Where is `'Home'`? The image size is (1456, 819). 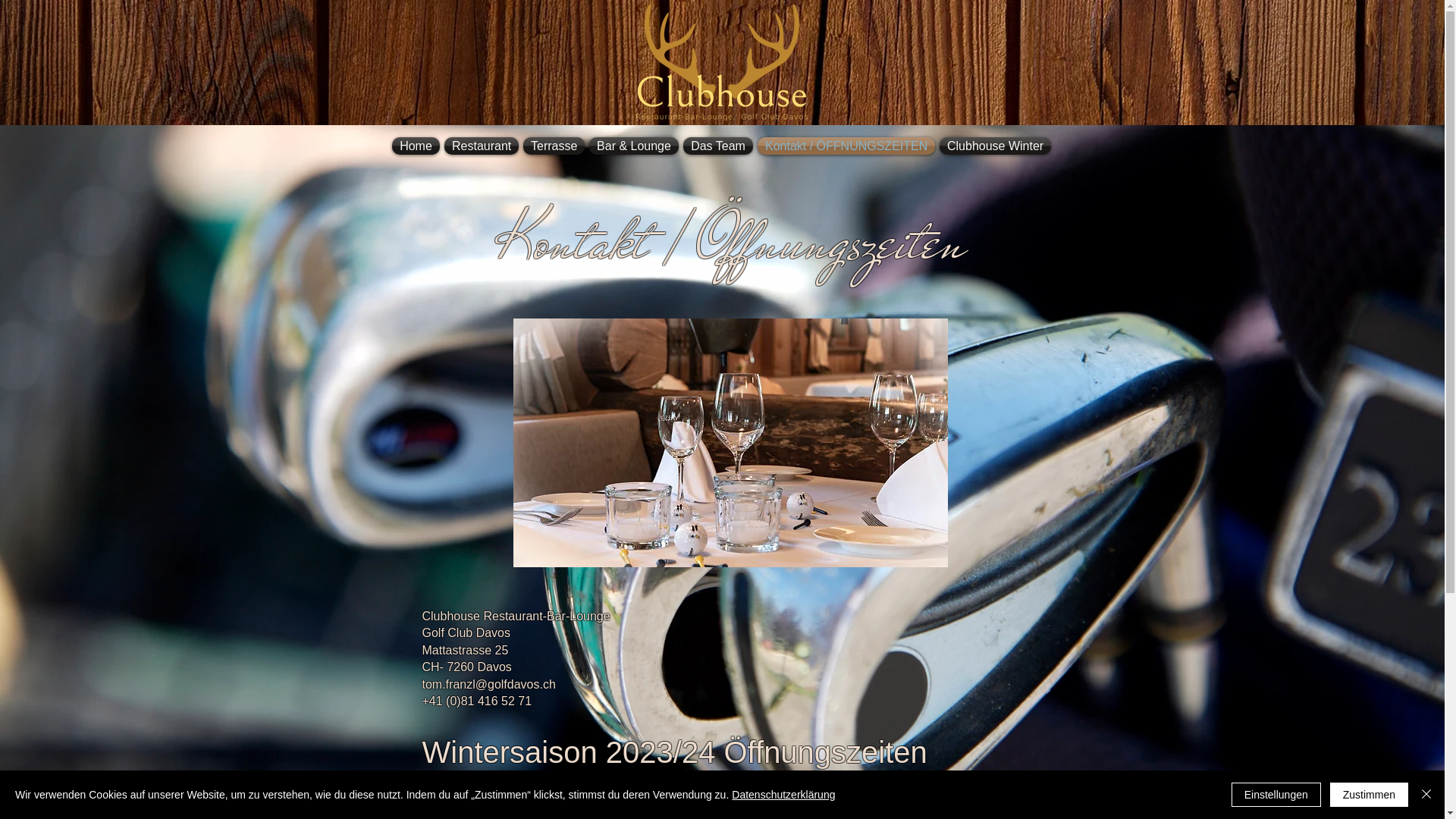
'Home' is located at coordinates (416, 146).